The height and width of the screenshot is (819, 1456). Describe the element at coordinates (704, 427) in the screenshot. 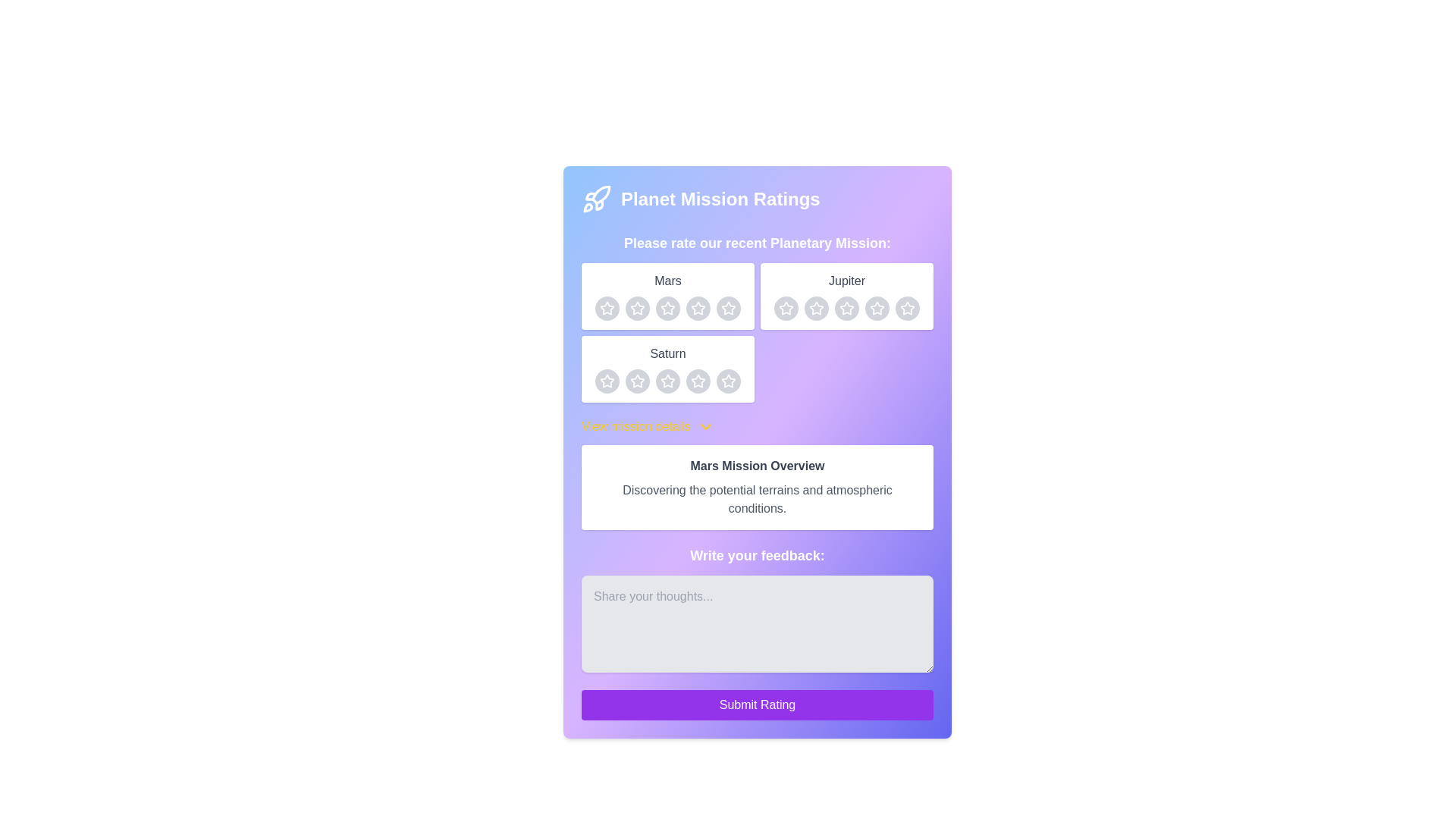

I see `the downward-pointing chevron icon located next to the text 'View mission details'` at that location.